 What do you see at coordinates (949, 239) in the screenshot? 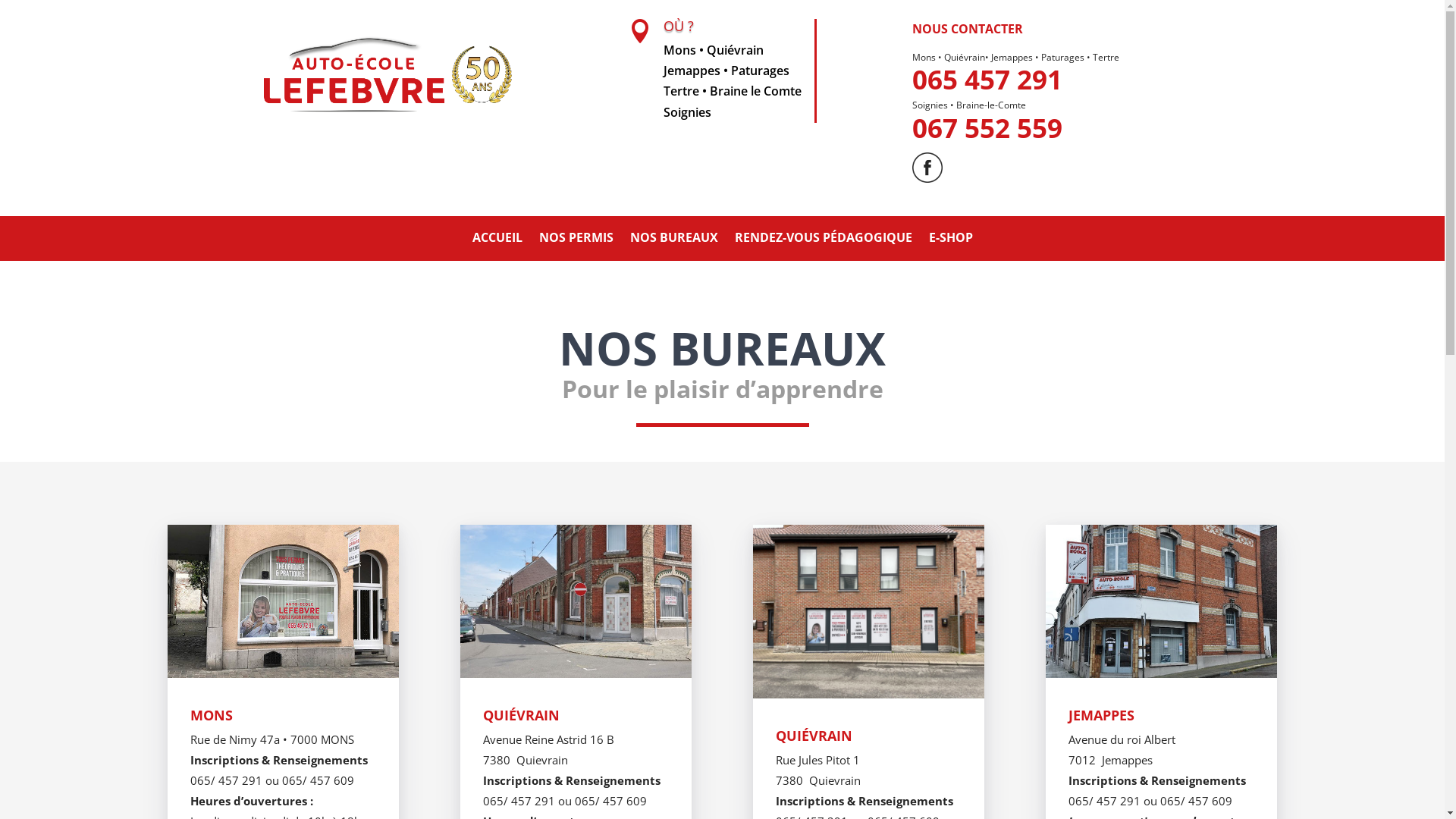
I see `'E-SHOP'` at bounding box center [949, 239].